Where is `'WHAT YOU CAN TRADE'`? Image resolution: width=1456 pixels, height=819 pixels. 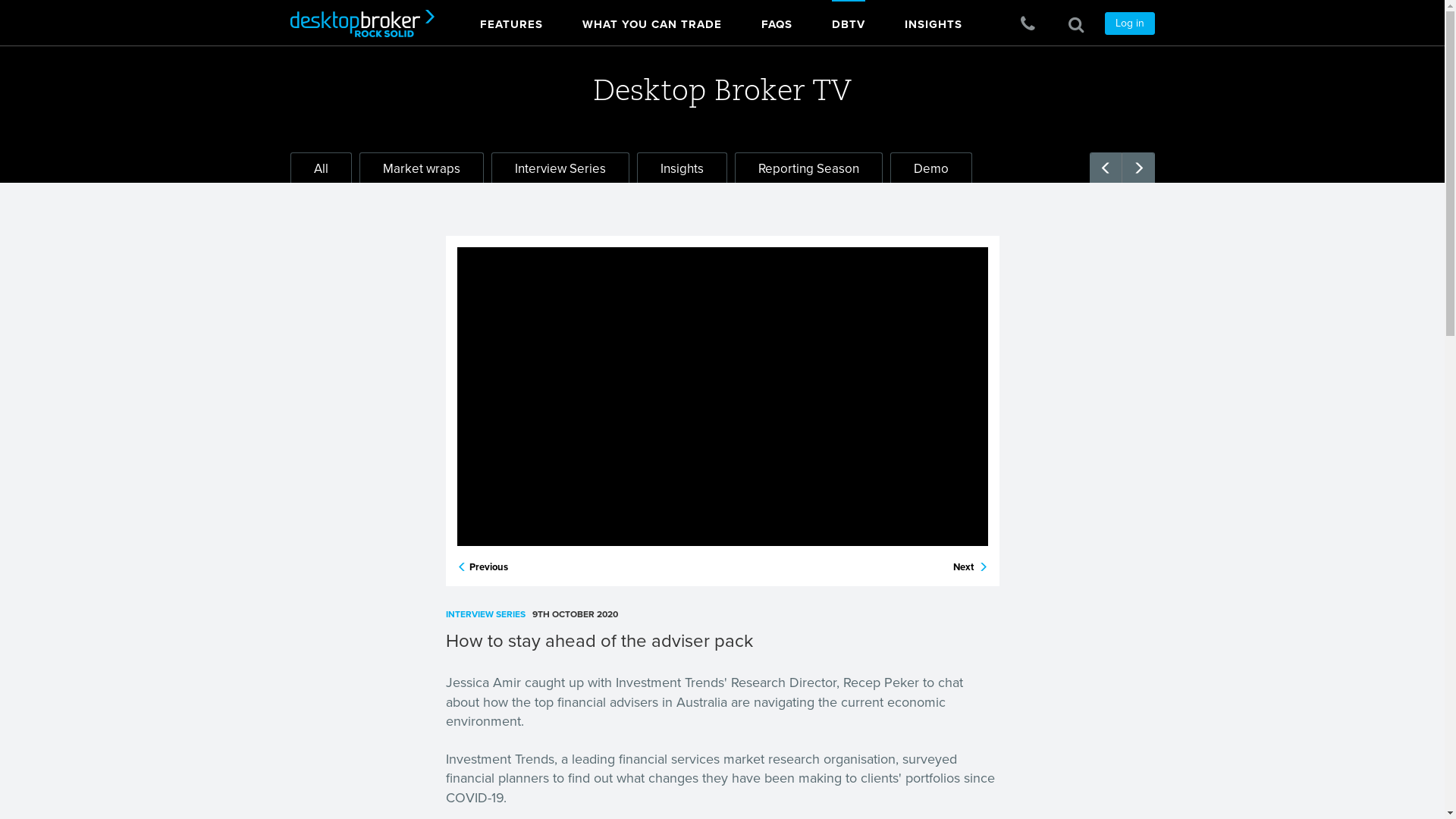
'WHAT YOU CAN TRADE' is located at coordinates (582, 20).